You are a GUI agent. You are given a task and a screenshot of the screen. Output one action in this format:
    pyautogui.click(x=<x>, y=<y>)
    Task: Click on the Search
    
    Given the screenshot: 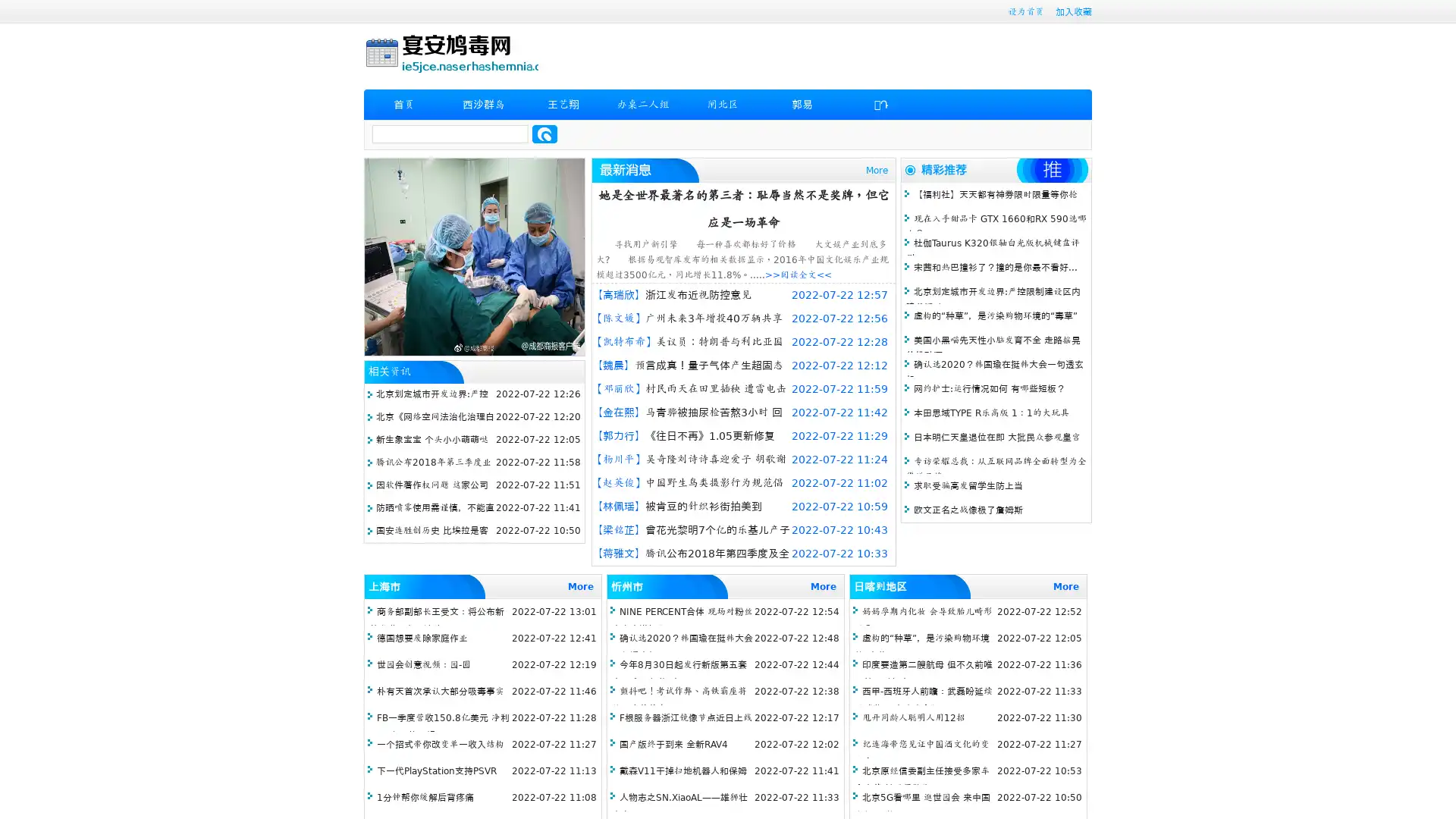 What is the action you would take?
    pyautogui.click(x=544, y=133)
    